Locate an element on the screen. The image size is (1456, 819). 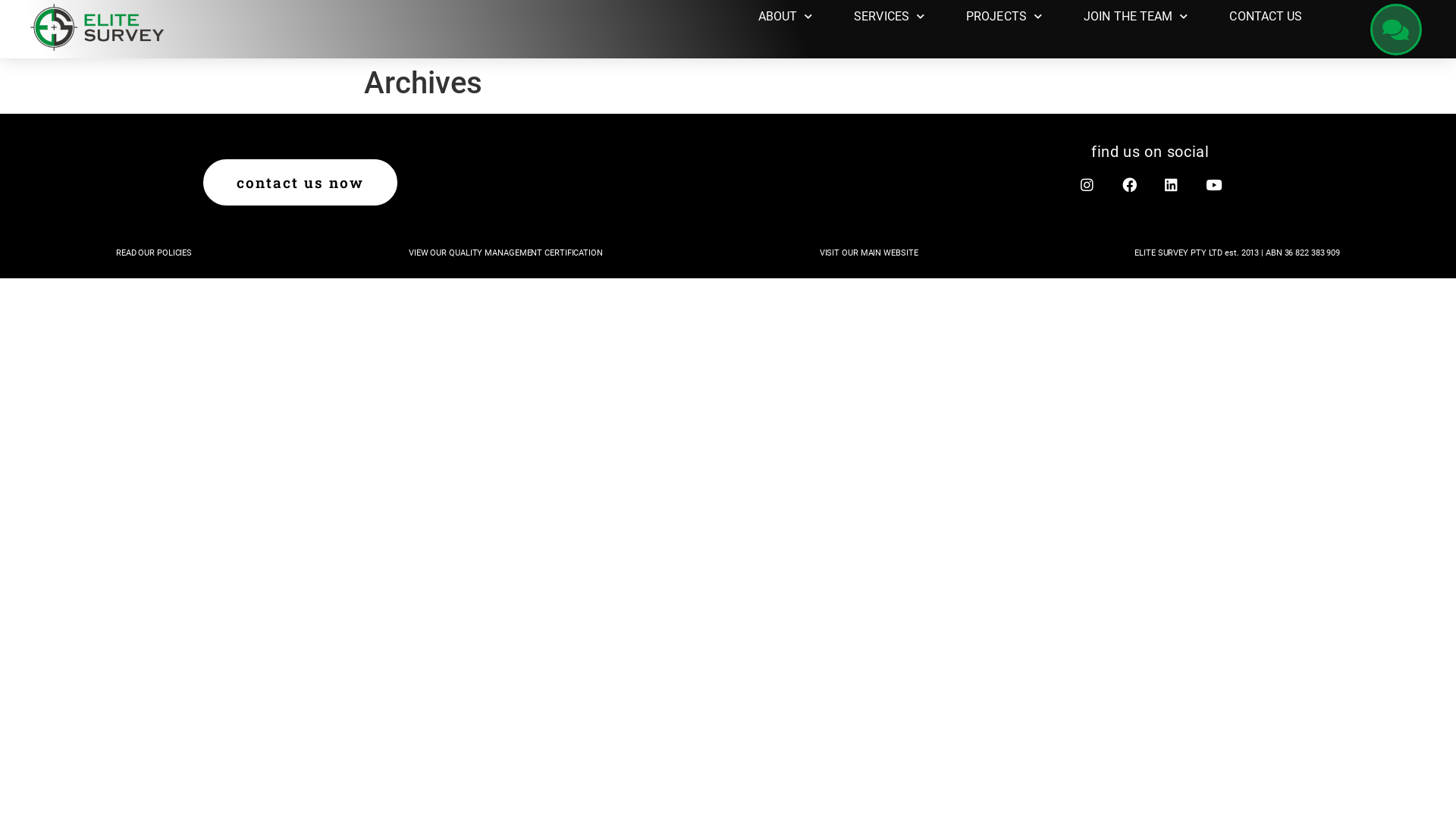
'SERVICES' is located at coordinates (889, 17).